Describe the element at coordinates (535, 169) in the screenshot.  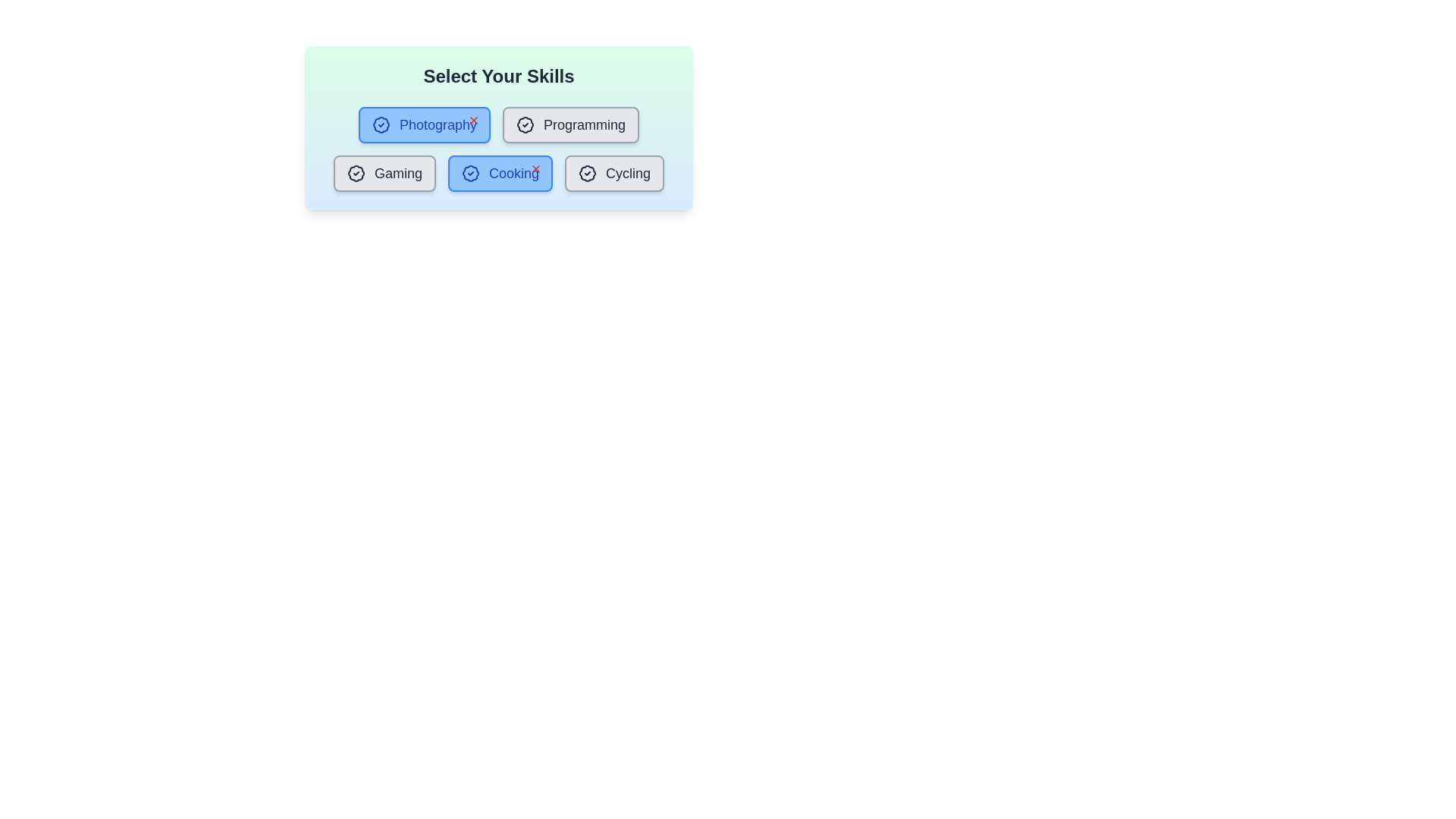
I see `close icon of the skill named Cooking` at that location.